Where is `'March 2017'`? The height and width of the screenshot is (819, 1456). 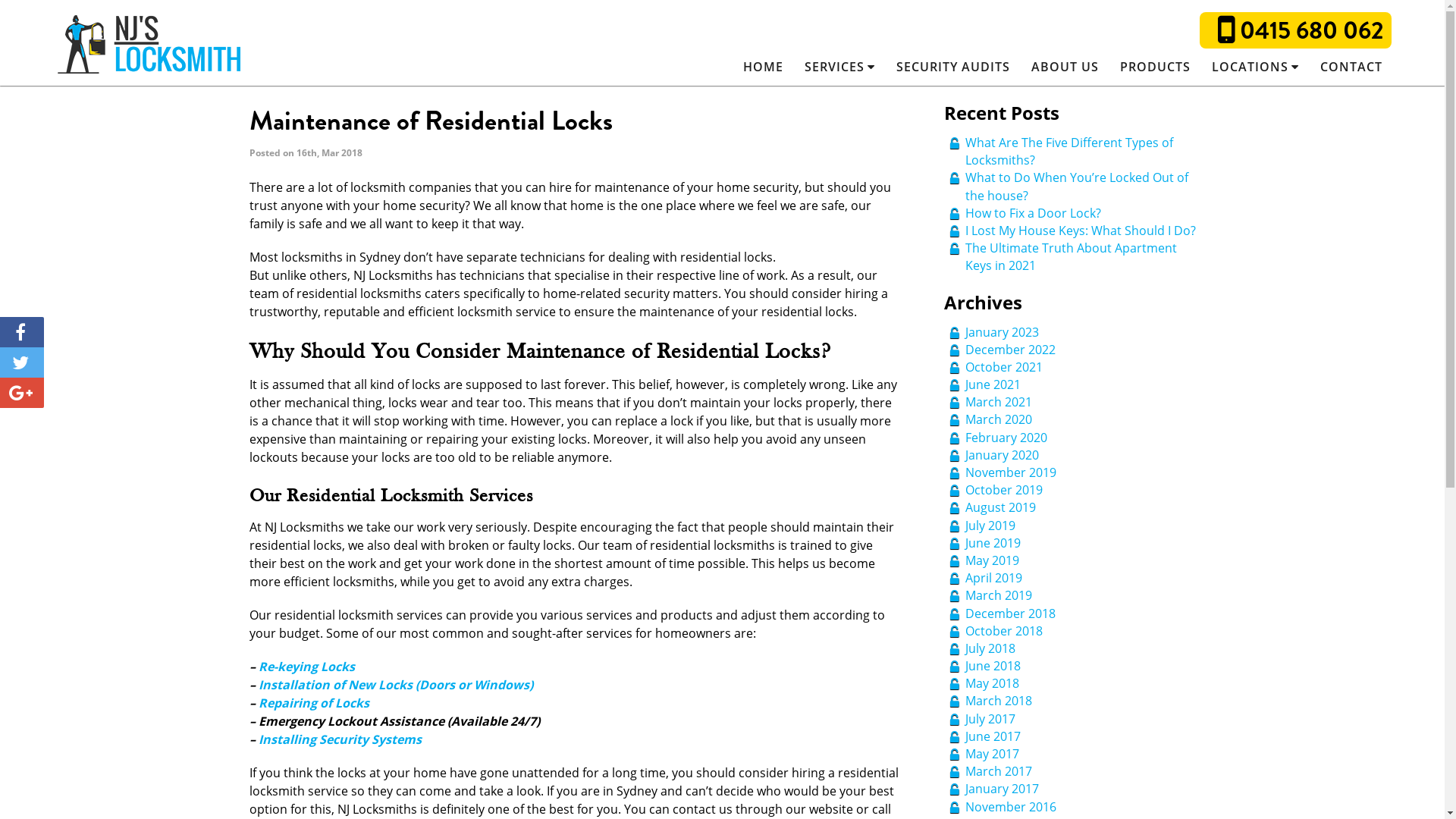
'March 2017' is located at coordinates (964, 771).